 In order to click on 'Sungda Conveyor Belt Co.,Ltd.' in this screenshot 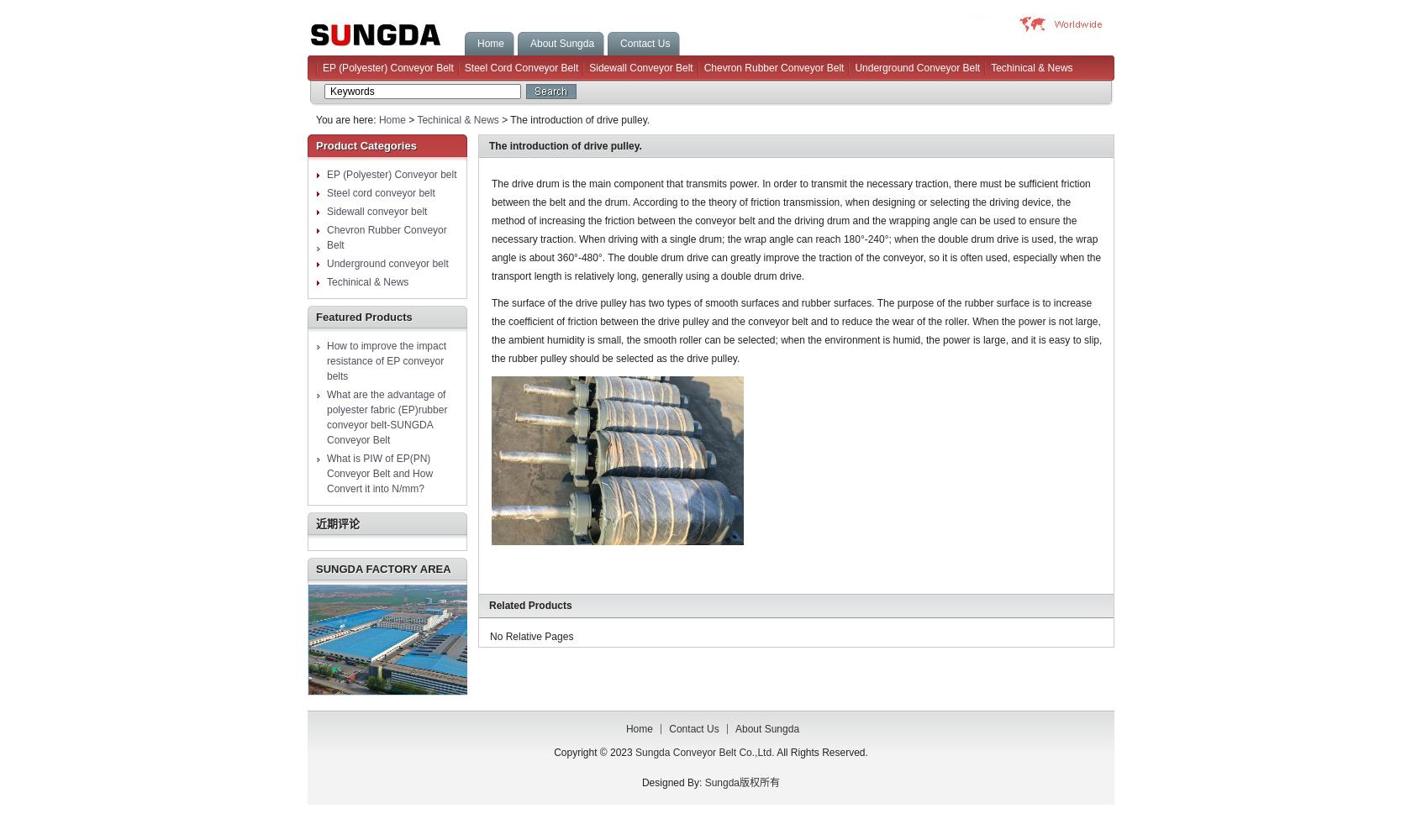, I will do `click(704, 753)`.